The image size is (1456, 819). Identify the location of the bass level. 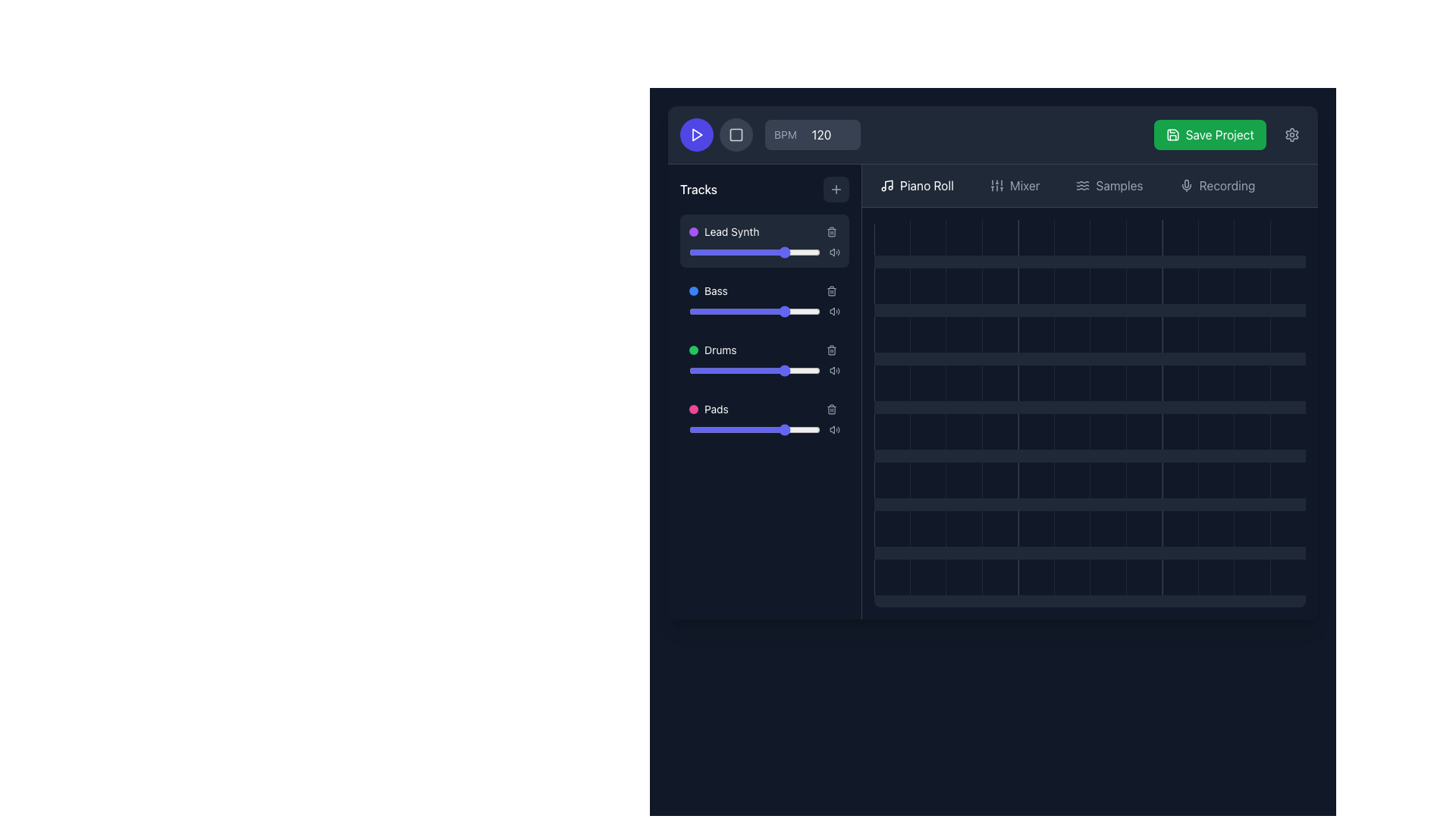
(817, 311).